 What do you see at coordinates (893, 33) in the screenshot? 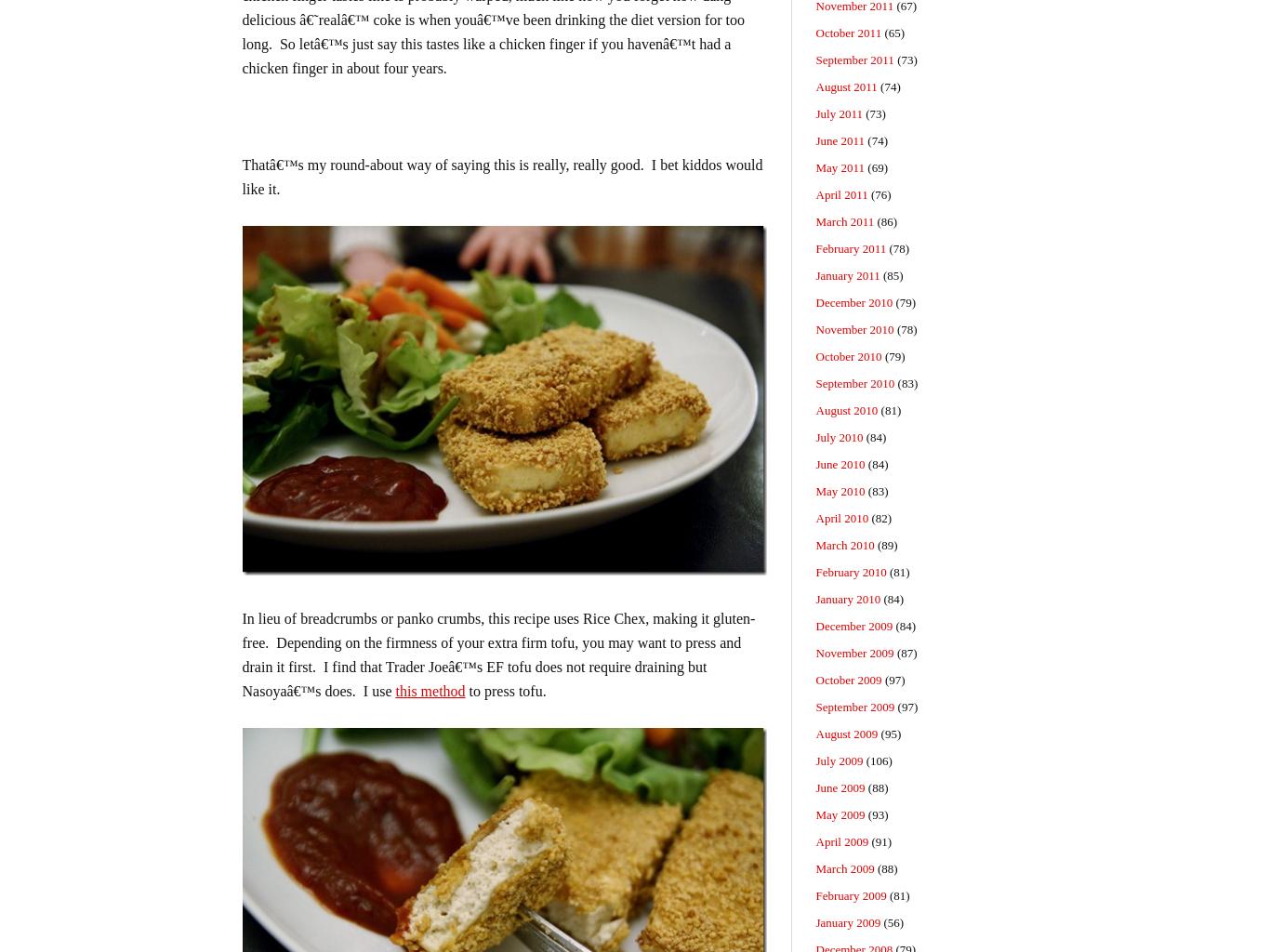
I see `'(65)'` at bounding box center [893, 33].